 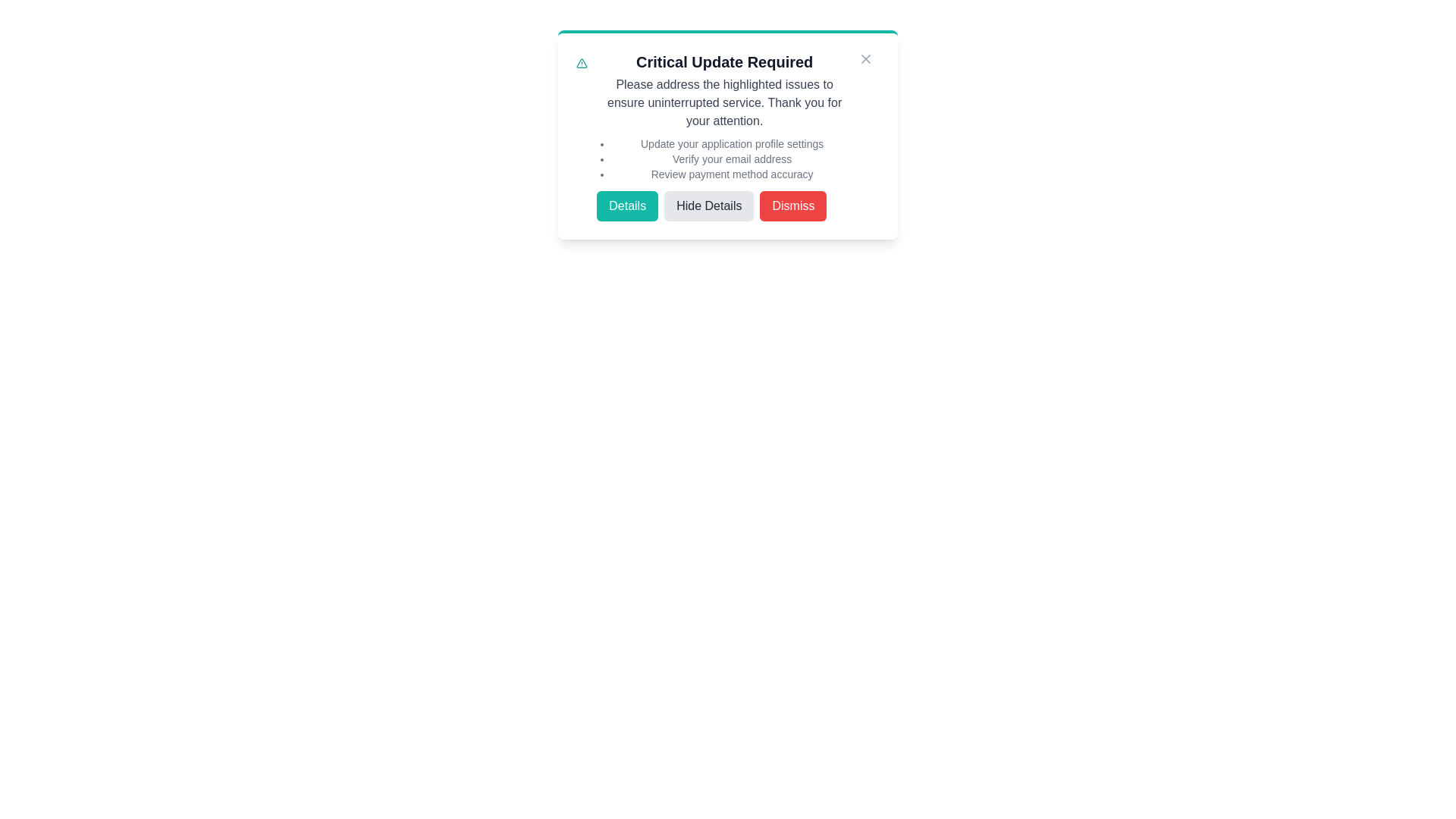 I want to click on the text label that says 'Review payment method accuracy', which is the third item in a vertical list within the pop-up card, so click(x=732, y=174).